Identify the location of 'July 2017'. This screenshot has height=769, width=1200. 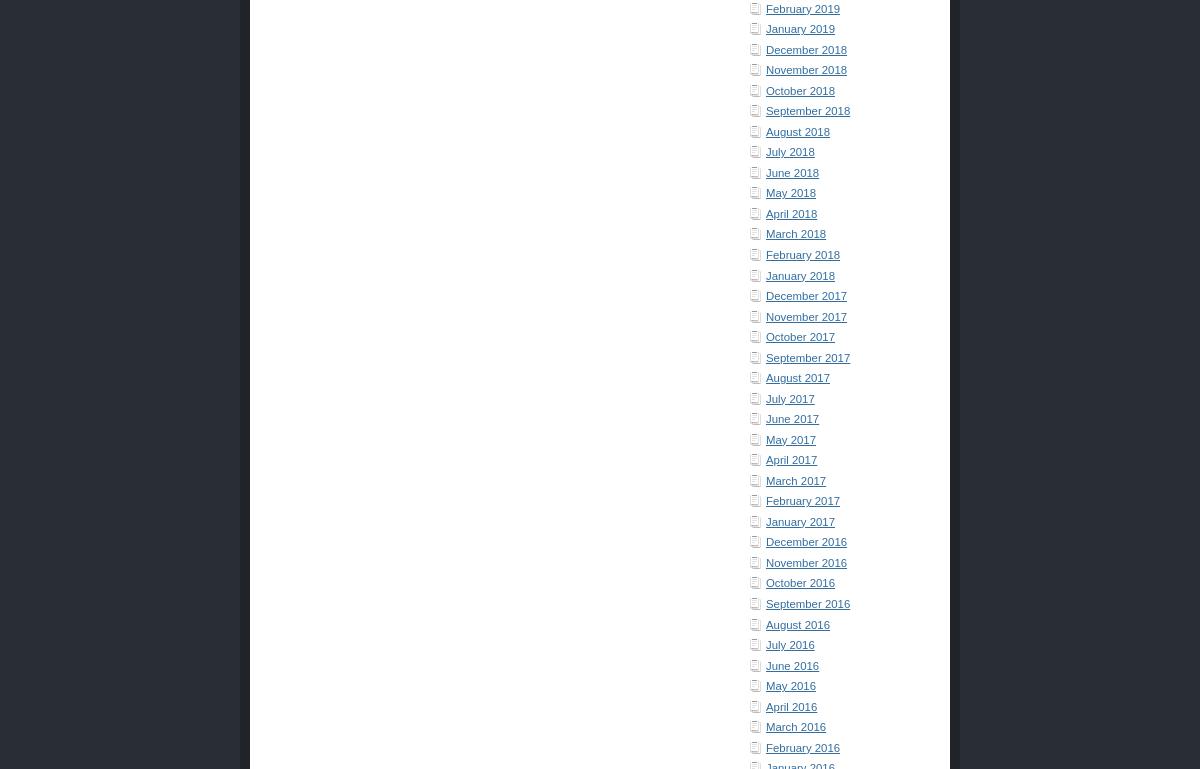
(764, 398).